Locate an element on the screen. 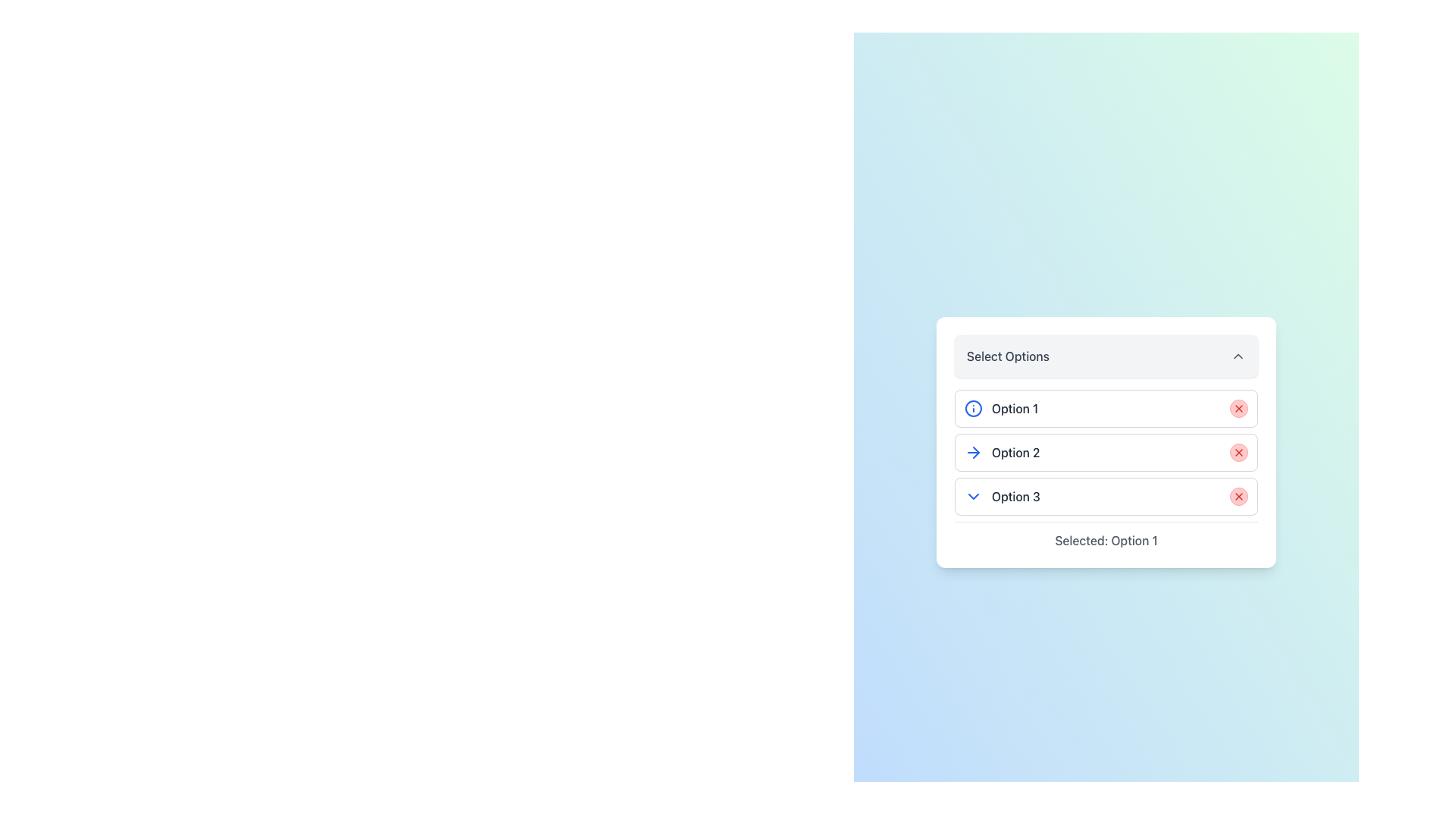  the circular red button with an 'X' icon is located at coordinates (1238, 406).